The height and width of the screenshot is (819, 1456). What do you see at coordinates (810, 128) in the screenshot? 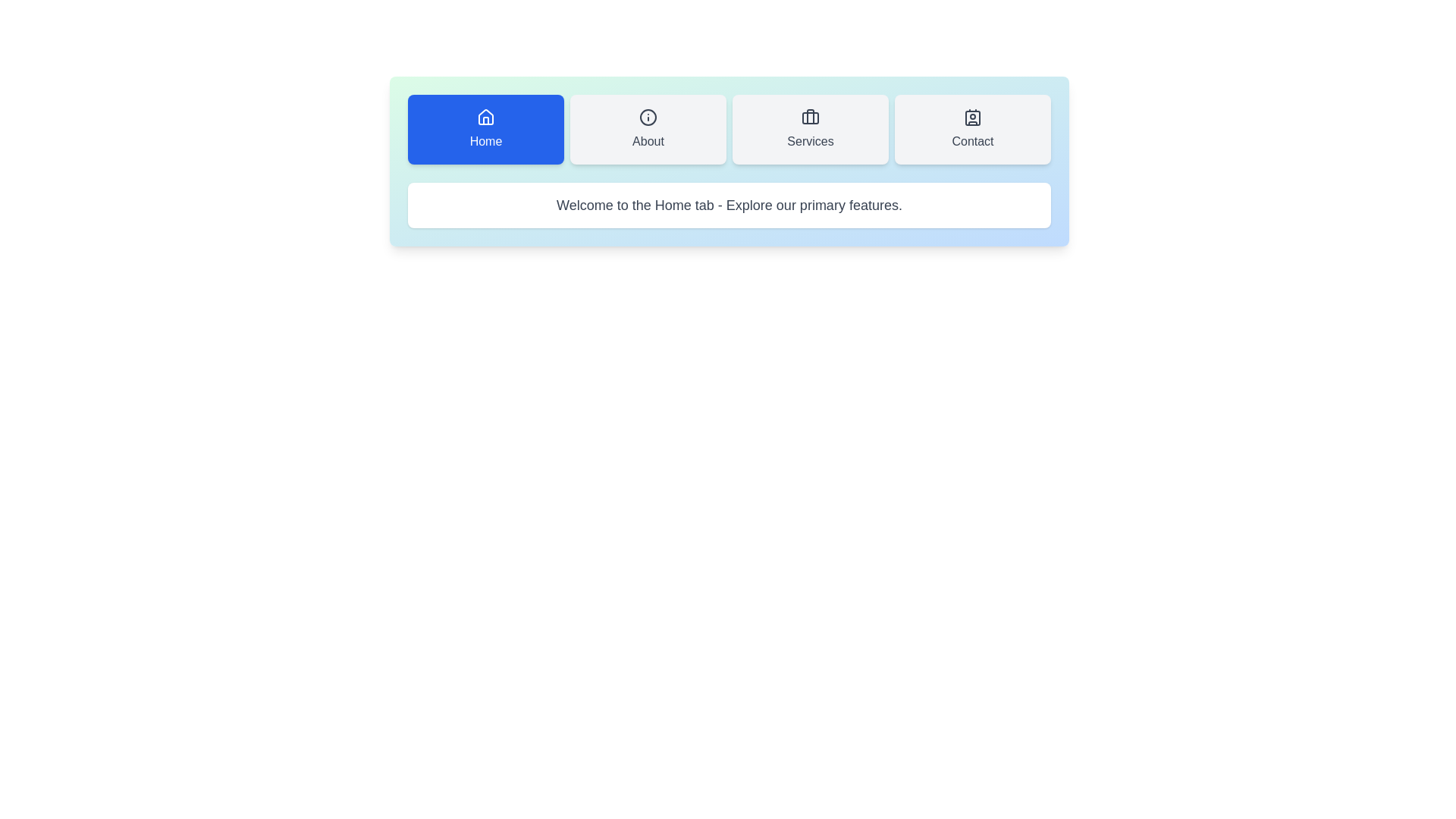
I see `the 'Services' button, which is a rectangular button with rounded corners, light gray background, featuring a briefcase icon and the label 'Services' centered below it` at bounding box center [810, 128].